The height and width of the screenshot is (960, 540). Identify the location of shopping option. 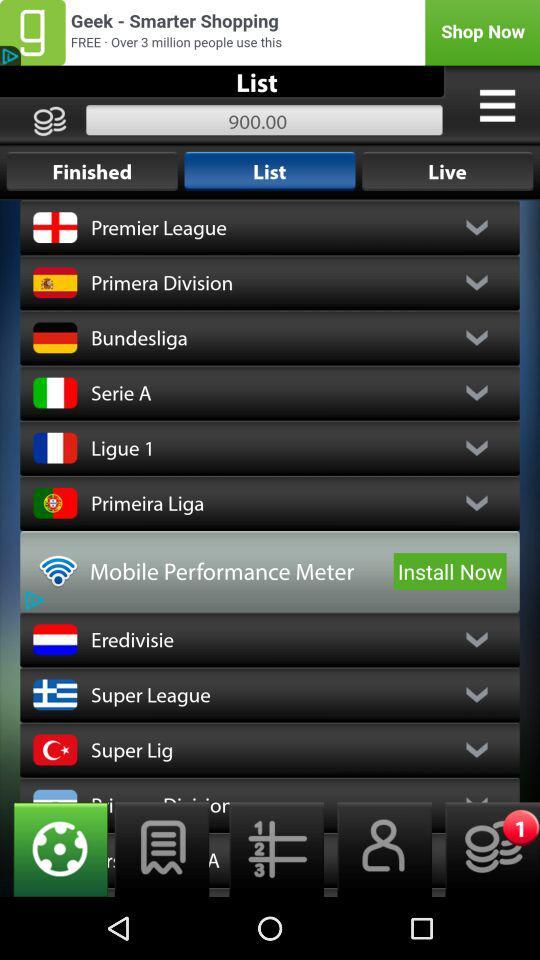
(270, 31).